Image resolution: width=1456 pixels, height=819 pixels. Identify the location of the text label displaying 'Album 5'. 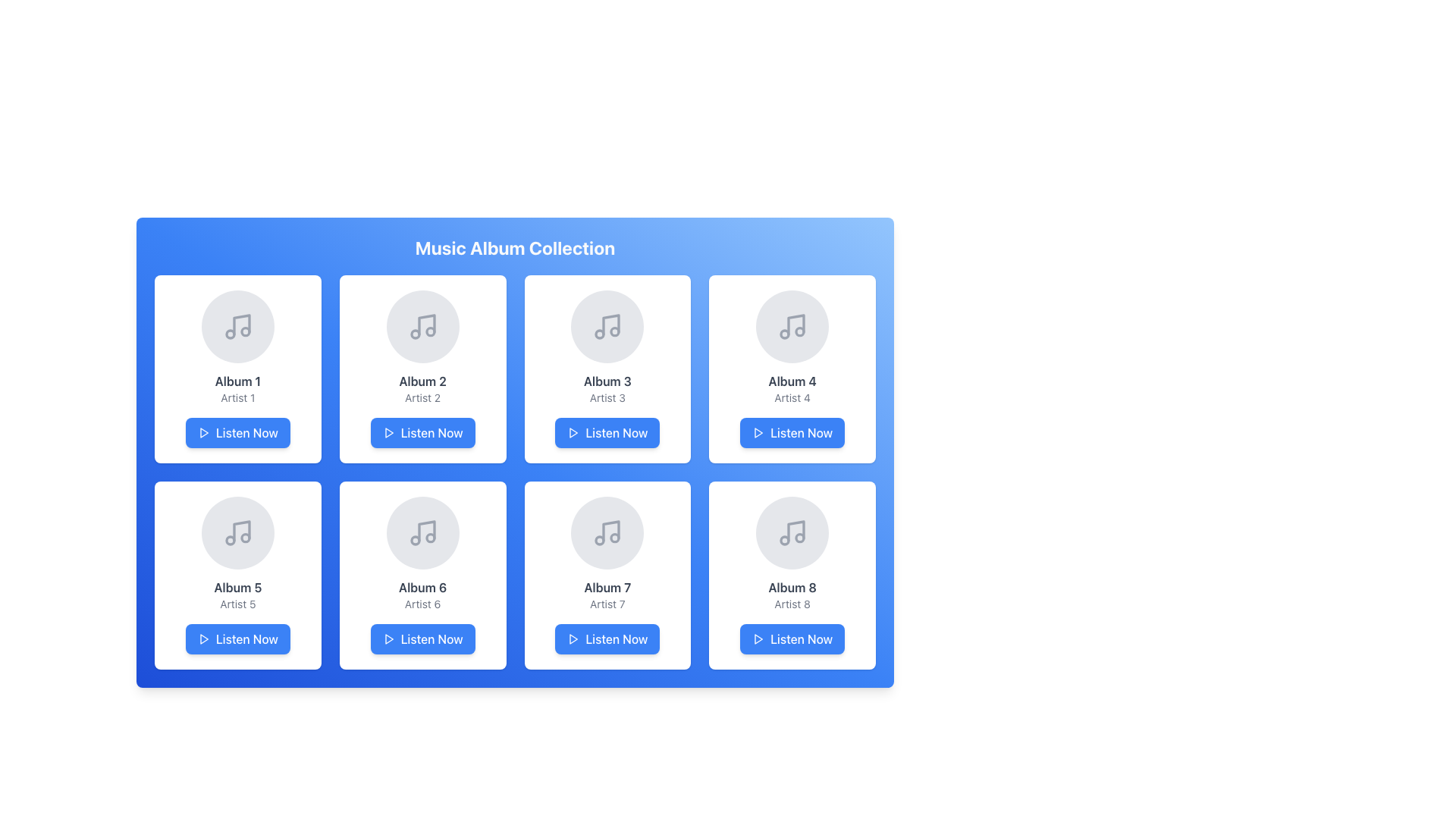
(237, 587).